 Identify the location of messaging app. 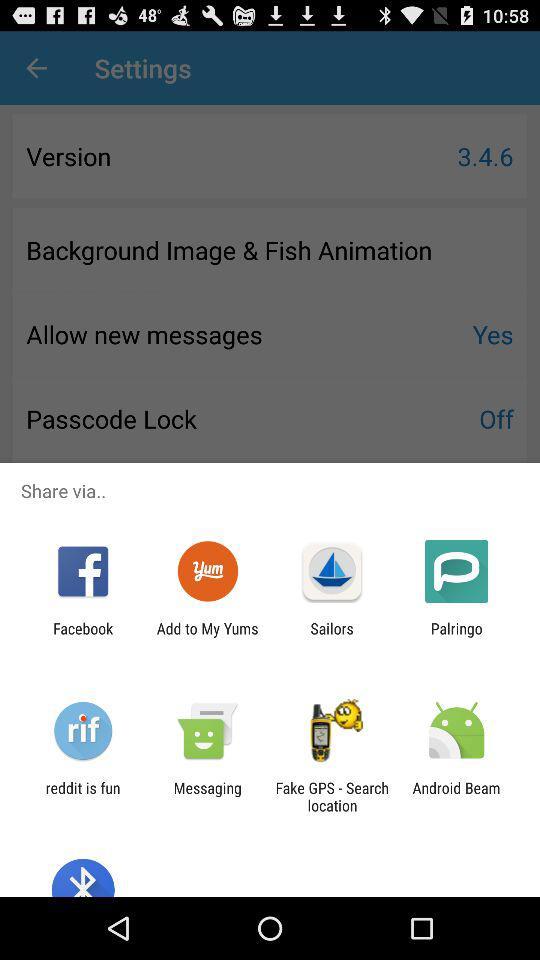
(206, 796).